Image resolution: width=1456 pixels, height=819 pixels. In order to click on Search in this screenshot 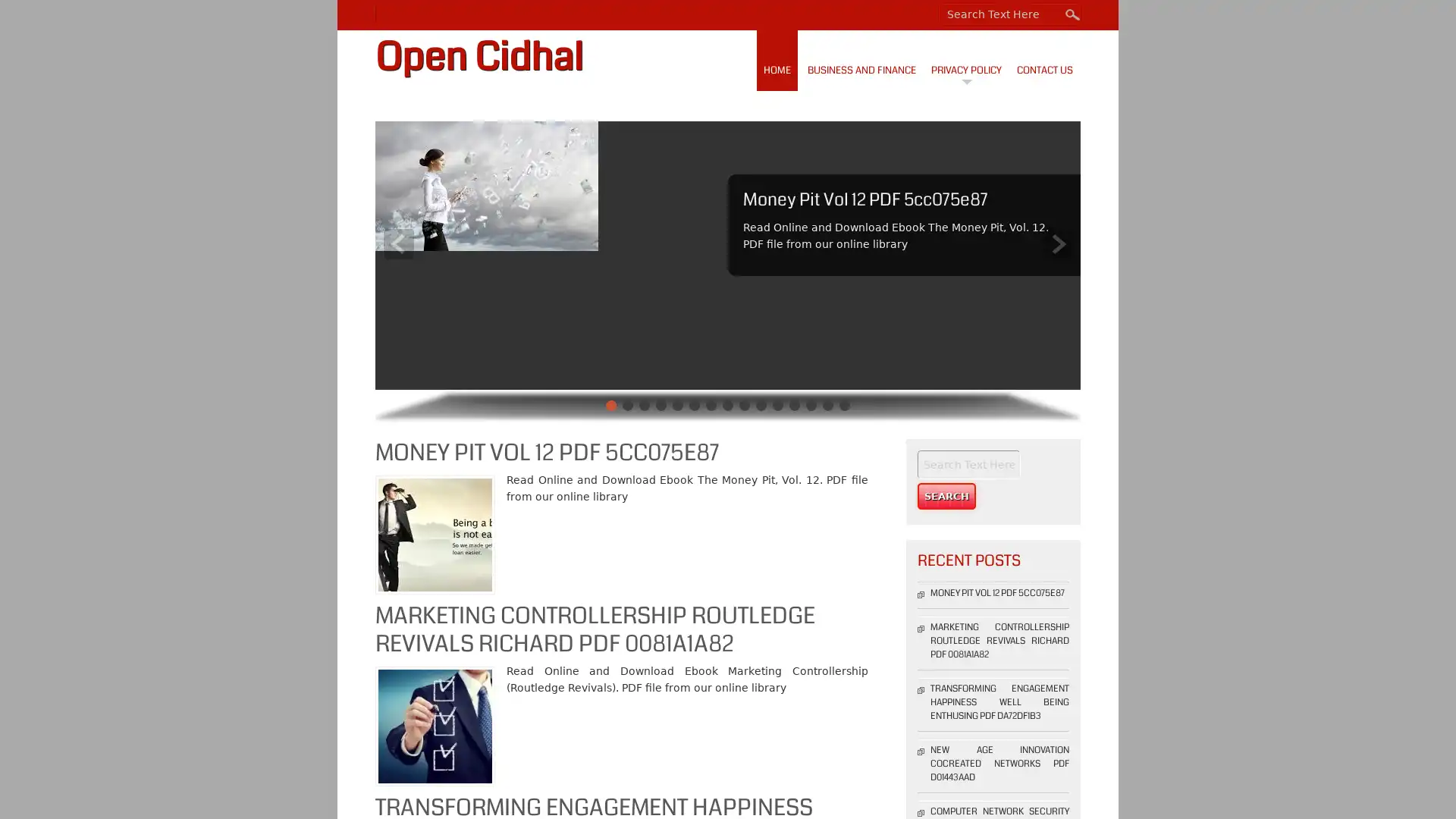, I will do `click(946, 496)`.